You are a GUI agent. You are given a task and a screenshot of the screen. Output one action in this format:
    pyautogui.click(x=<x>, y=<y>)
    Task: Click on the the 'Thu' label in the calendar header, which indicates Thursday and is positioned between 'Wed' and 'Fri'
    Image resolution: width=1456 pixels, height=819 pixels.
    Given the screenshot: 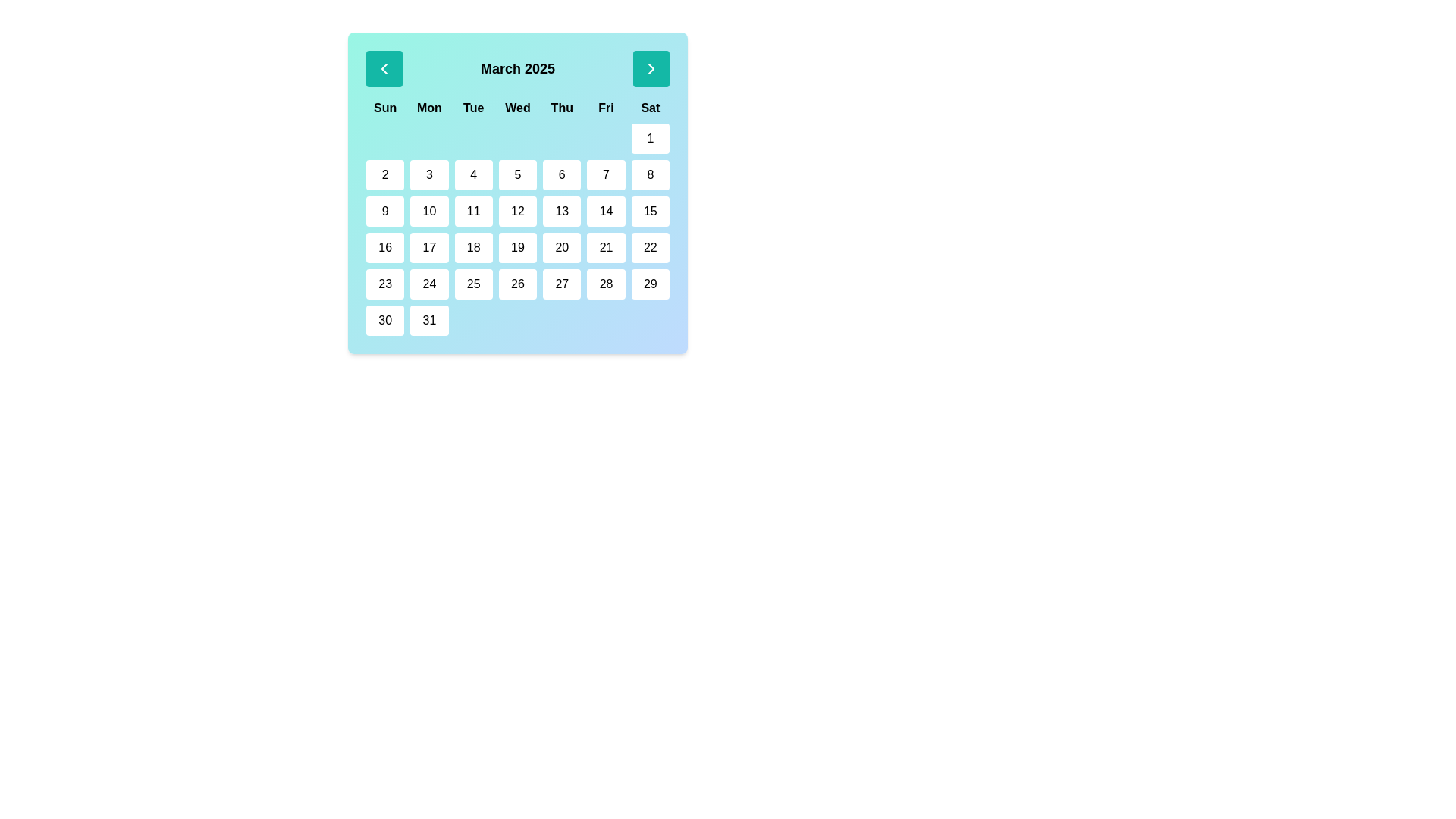 What is the action you would take?
    pyautogui.click(x=561, y=107)
    